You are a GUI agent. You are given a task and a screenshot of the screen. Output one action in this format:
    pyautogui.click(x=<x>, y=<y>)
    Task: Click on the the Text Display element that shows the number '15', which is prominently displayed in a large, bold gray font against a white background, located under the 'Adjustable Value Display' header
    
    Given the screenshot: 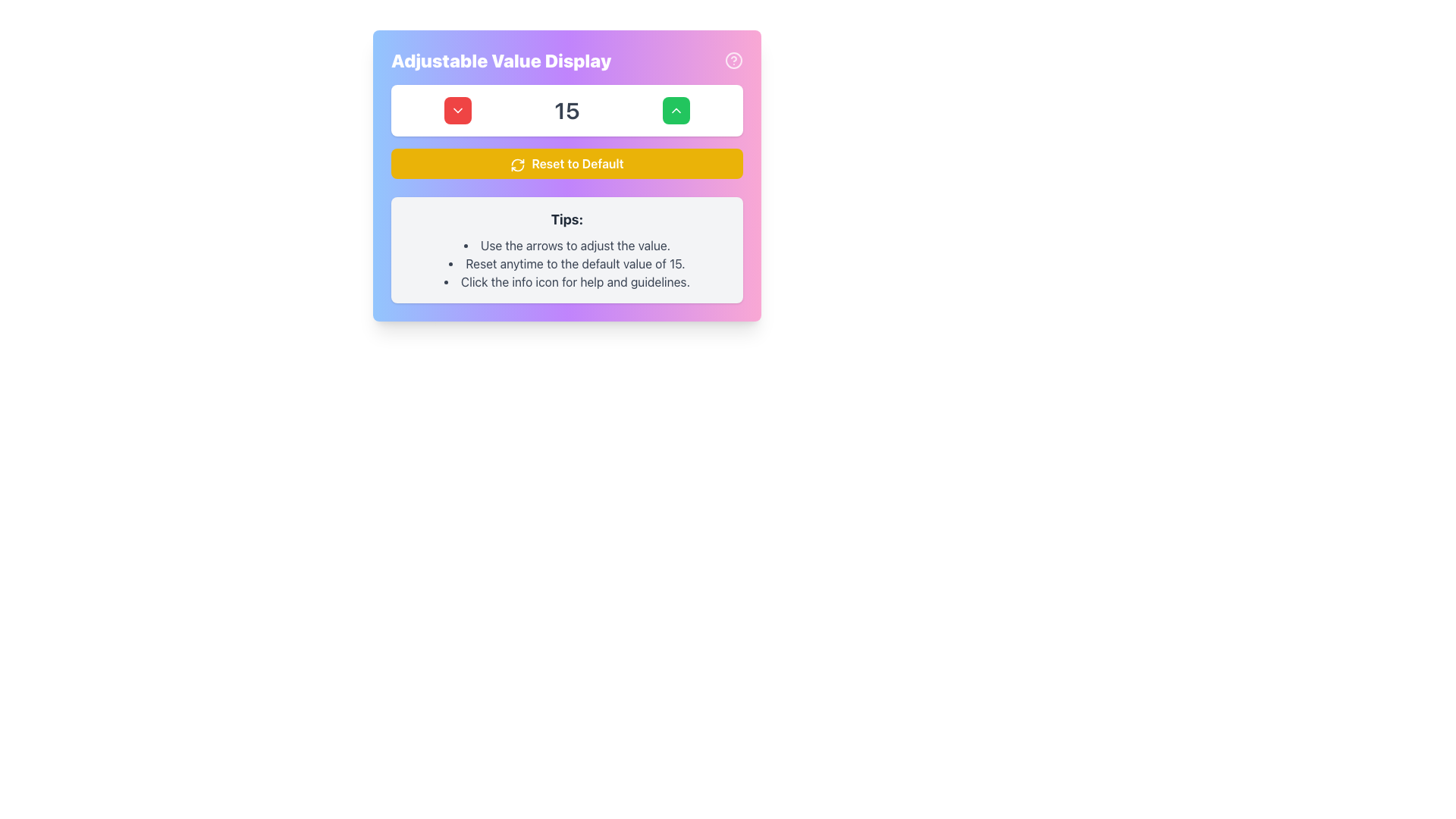 What is the action you would take?
    pyautogui.click(x=566, y=110)
    